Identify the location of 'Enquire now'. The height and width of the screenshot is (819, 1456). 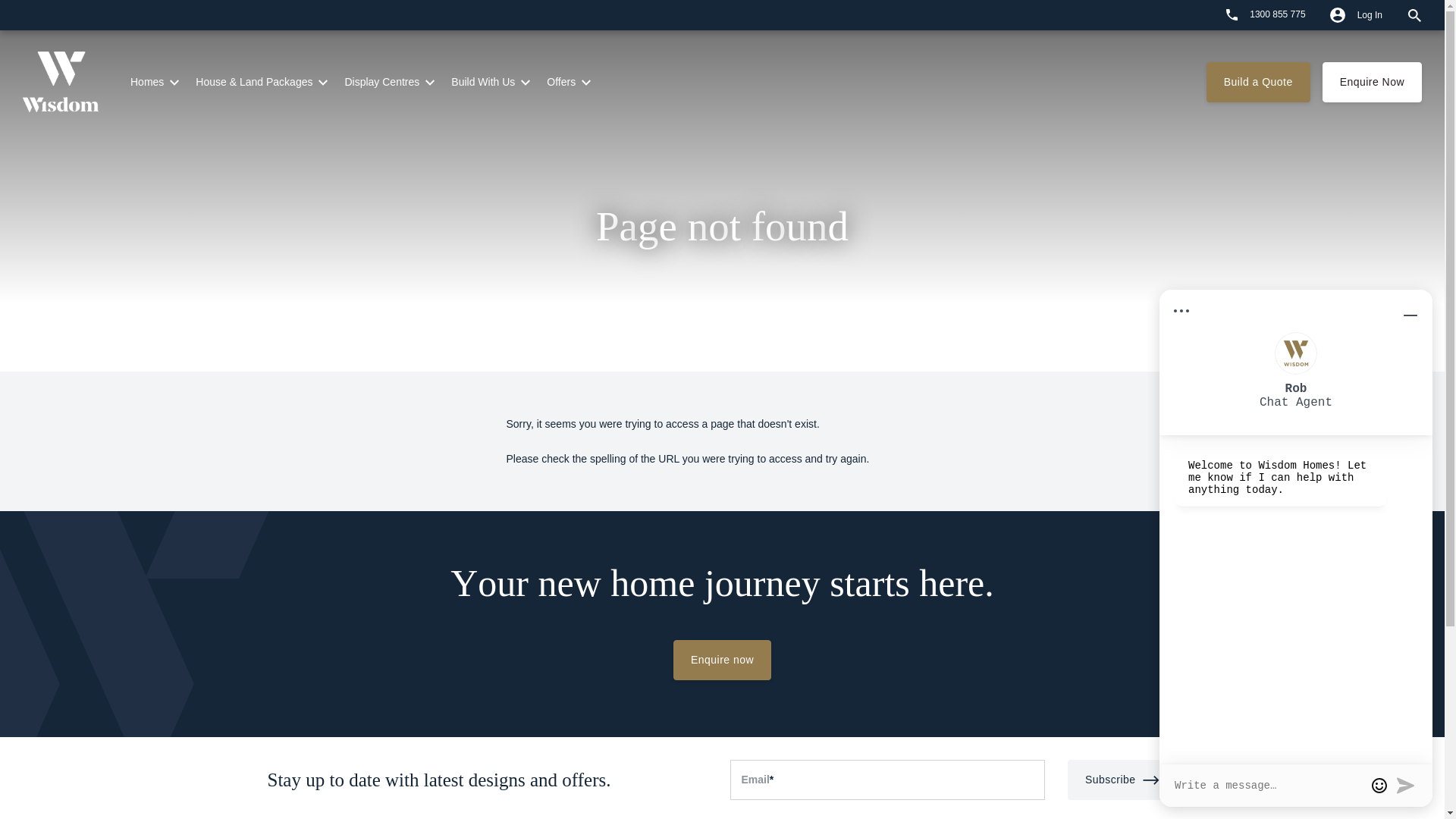
(721, 659).